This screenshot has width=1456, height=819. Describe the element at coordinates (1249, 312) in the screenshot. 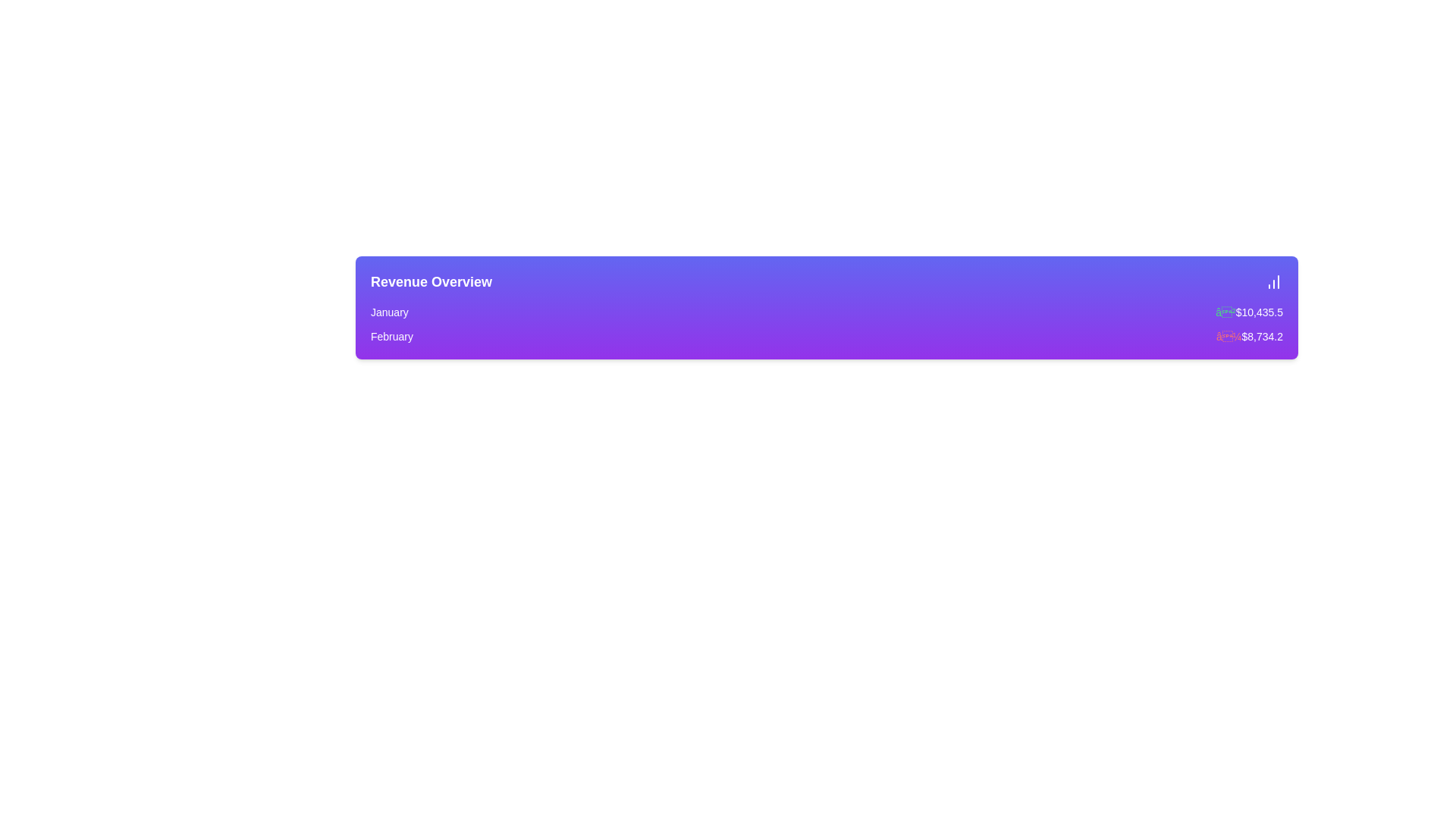

I see `monetary value displayed for January, which is indicated by a green triangle suggesting a positive trend, located at the top-right corner of the interface, aligned with the 'January' label` at that location.